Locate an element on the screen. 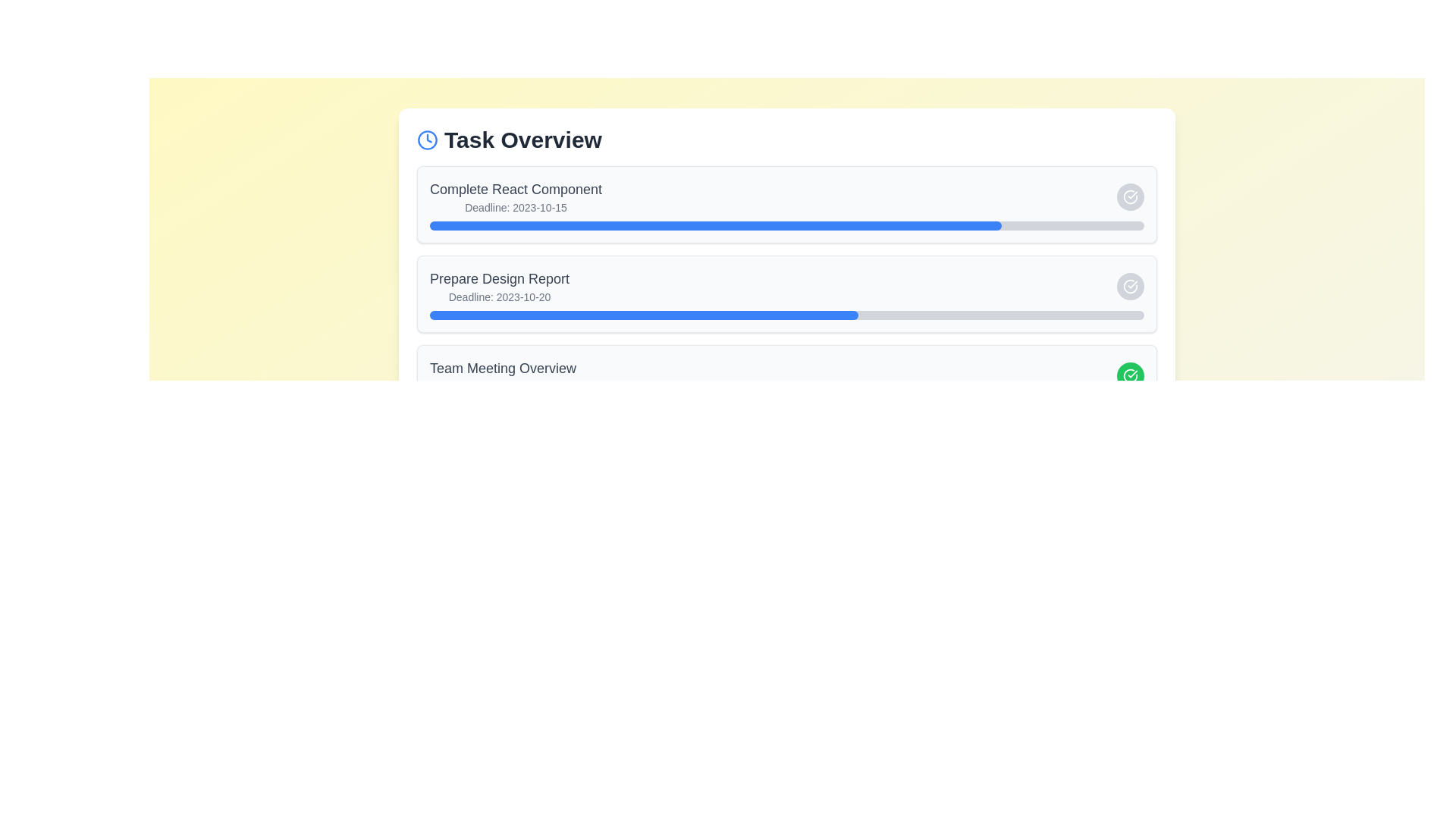  the SVG icon that features a circular outline with a checkmark inside, which is styled with a white color on a gray background and is part of a button-like clickable area located to the right of the 'Prepare Design Report' task item is located at coordinates (1131, 287).